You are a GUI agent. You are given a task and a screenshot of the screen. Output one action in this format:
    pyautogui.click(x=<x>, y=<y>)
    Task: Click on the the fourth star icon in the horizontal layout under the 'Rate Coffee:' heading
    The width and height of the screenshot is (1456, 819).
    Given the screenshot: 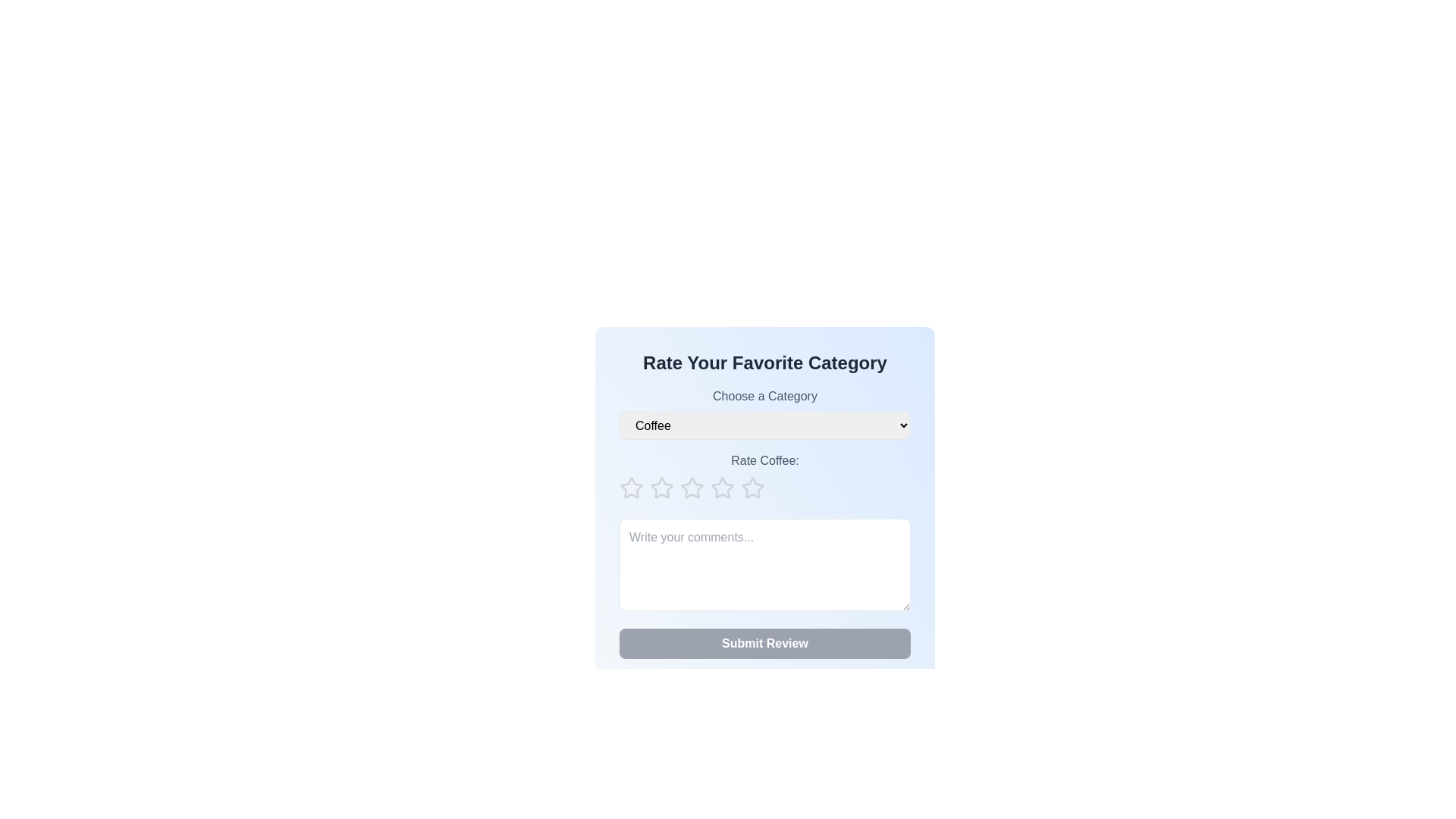 What is the action you would take?
    pyautogui.click(x=752, y=488)
    